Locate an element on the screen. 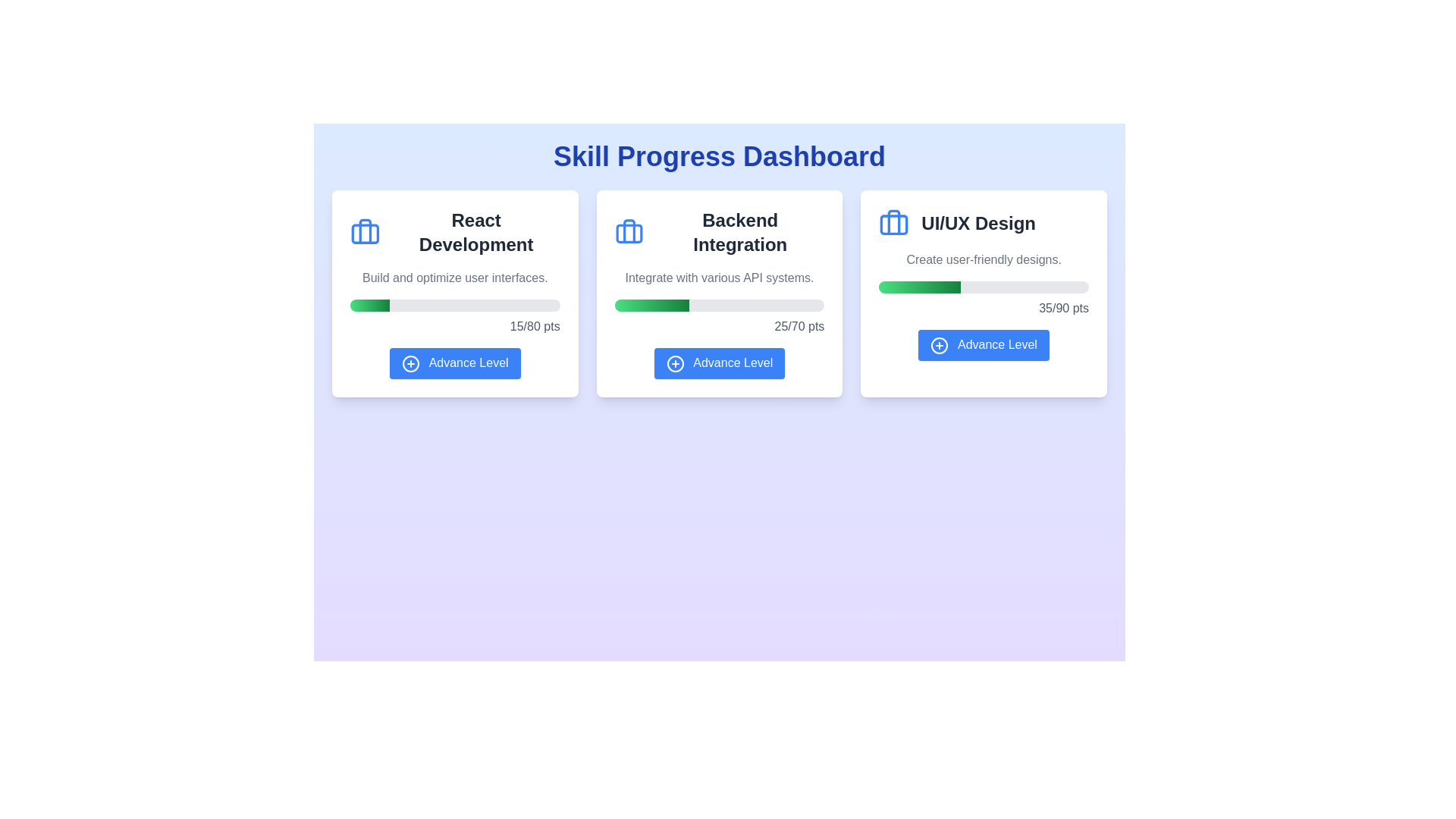  the icon located to the left of the 'Advance Level' button in the third card of the 'UI/UX Design' section is located at coordinates (939, 345).